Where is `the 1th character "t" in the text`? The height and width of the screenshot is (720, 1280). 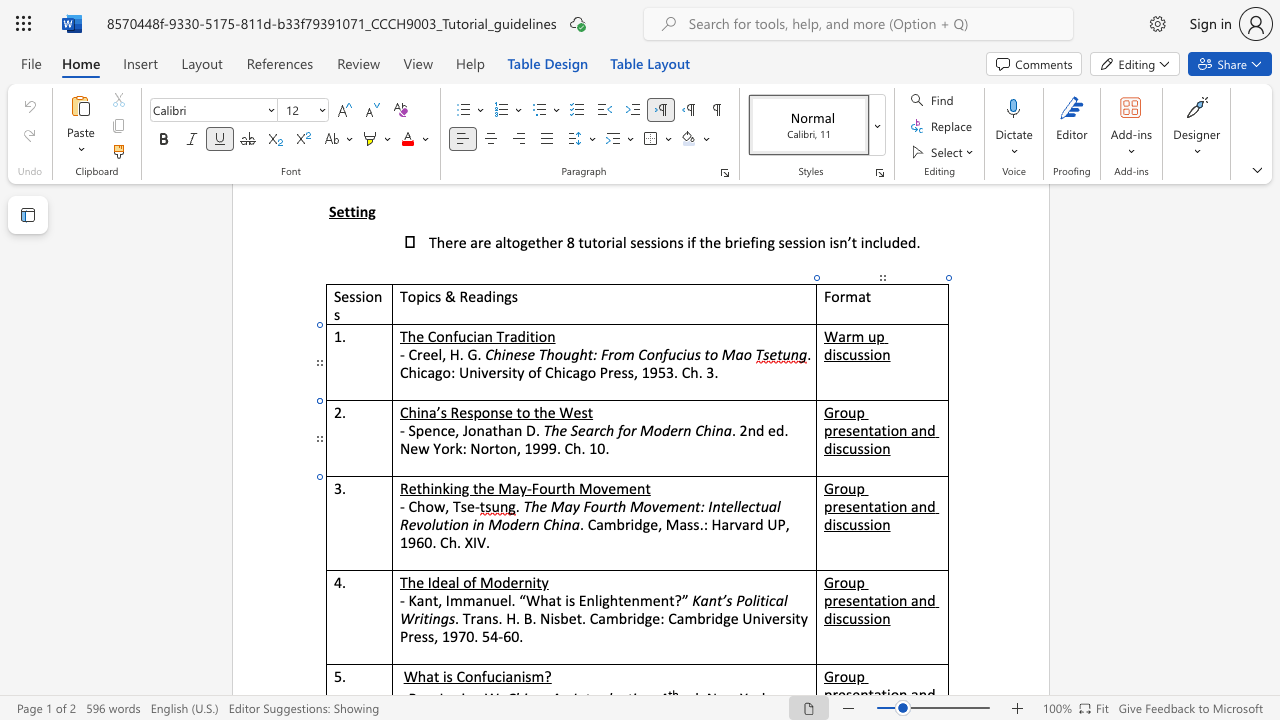
the 1th character "t" in the text is located at coordinates (418, 488).